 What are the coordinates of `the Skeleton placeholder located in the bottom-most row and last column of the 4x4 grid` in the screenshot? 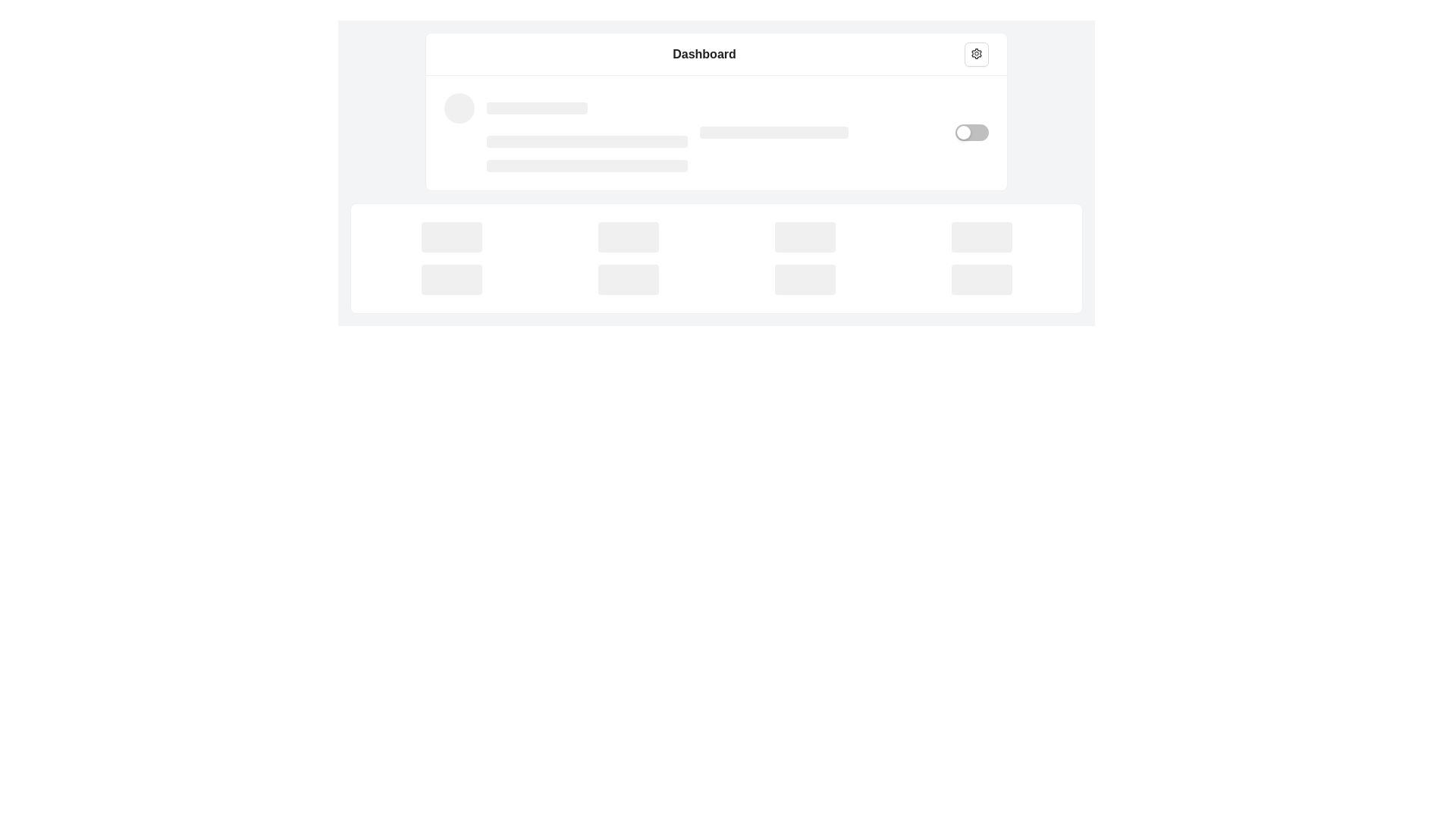 It's located at (981, 280).